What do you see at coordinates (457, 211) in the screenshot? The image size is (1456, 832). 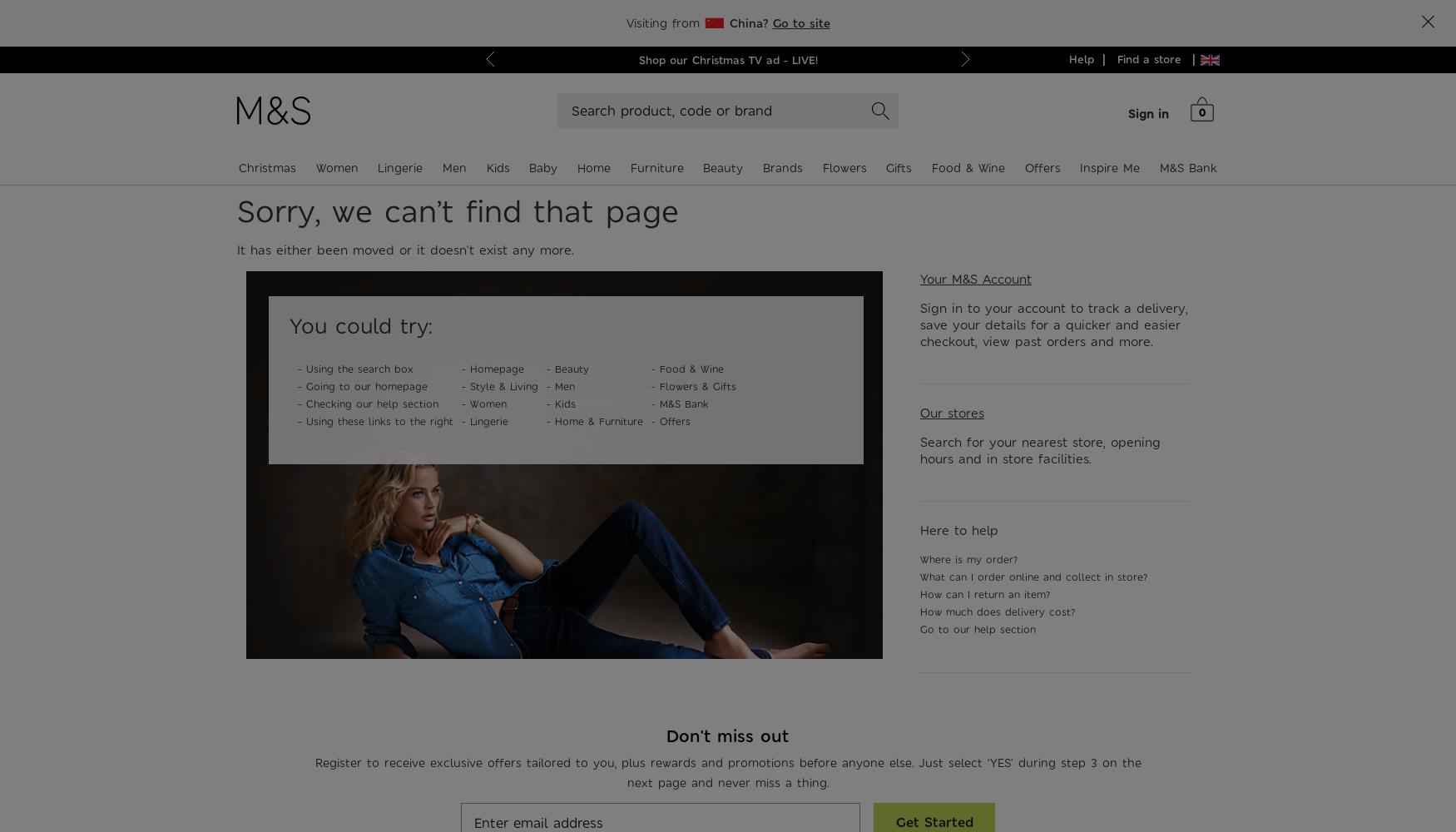 I see `'Sorry, we can’t find that page'` at bounding box center [457, 211].